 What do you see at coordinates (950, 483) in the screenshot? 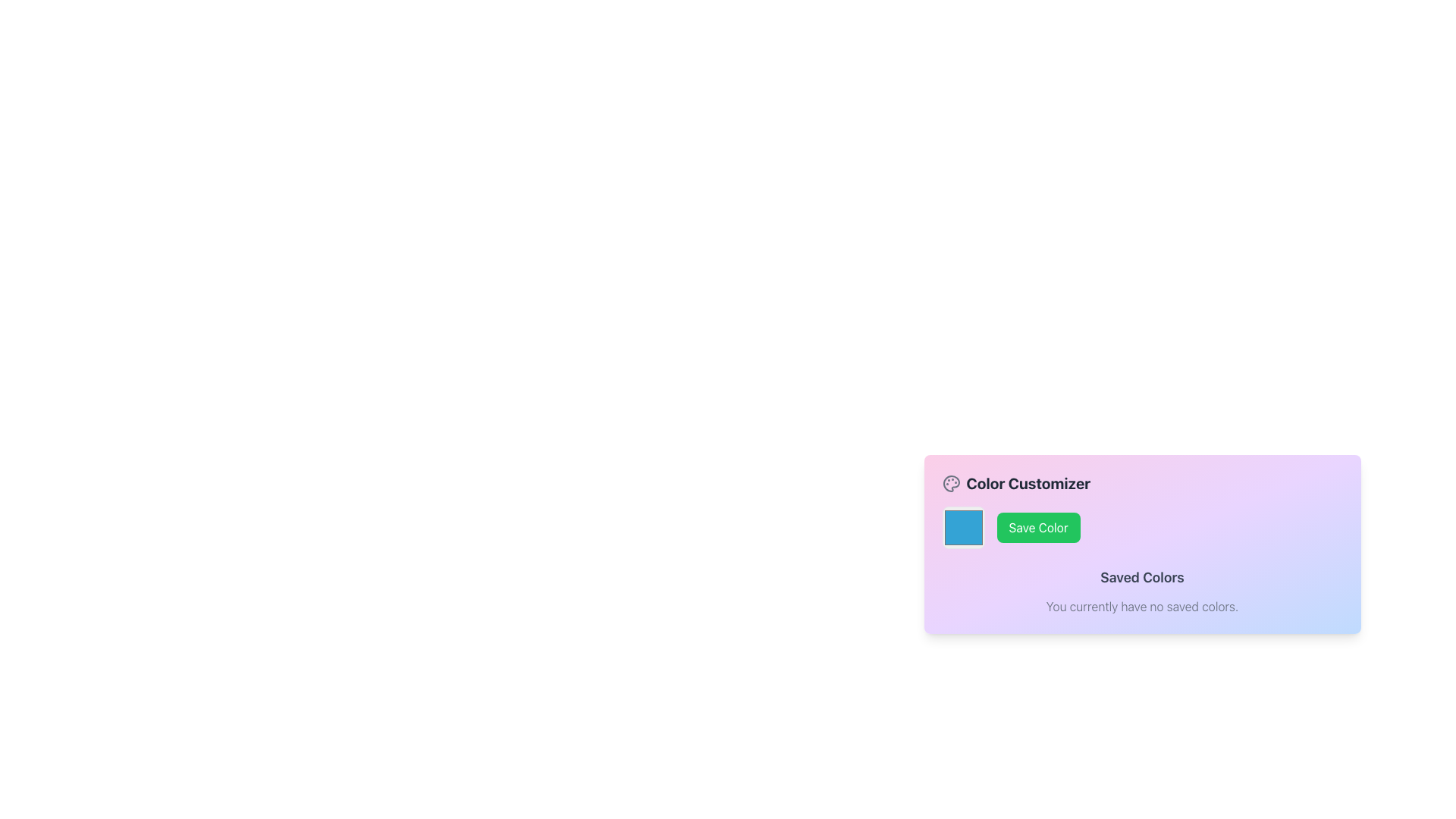
I see `the ornamental icon representing the 'Color Customizer' feature, which is located at the beginning of the sibling elements and closely aligned with the header text` at bounding box center [950, 483].